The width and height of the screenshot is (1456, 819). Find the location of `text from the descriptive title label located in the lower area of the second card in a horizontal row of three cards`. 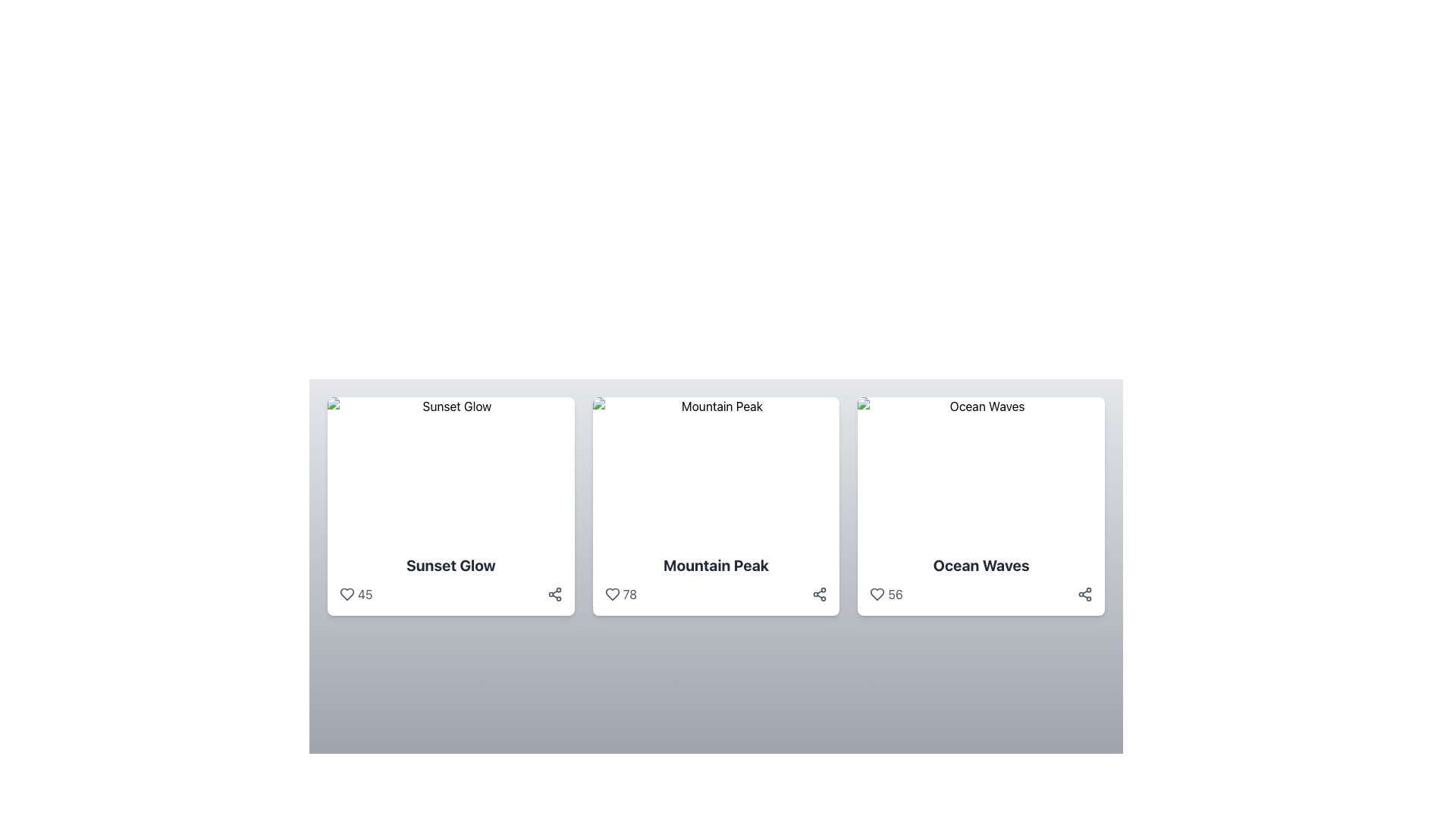

text from the descriptive title label located in the lower area of the second card in a horizontal row of three cards is located at coordinates (715, 565).